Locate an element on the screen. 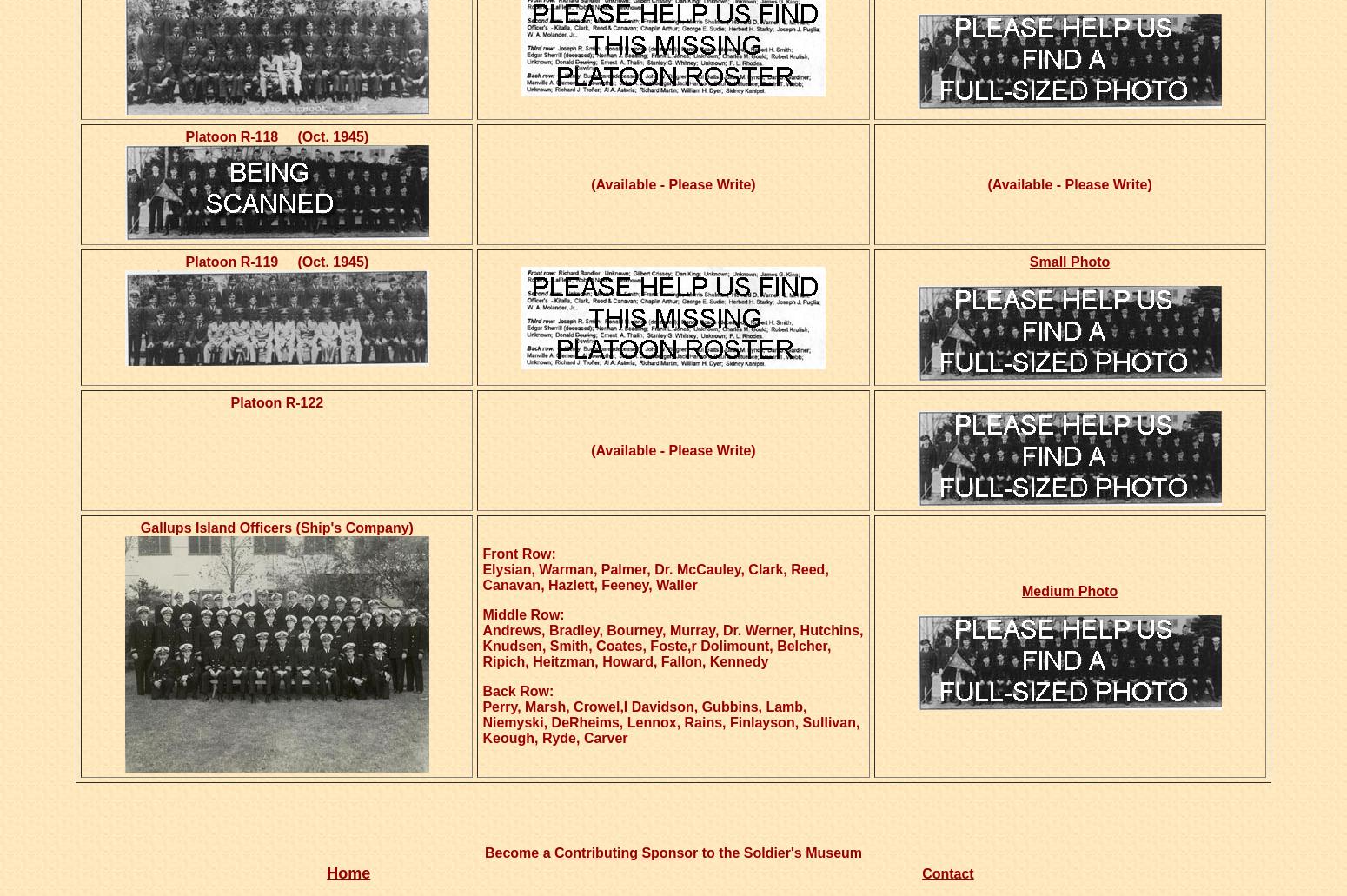 This screenshot has height=896, width=1347. 'Perry, Marsh, Crowel,l Davidson, Gubbins, Lamb, Niemyski, DeRheims, Lennox, Rains, Finlayson, Sullivan, Keough, Ryde, Carver' is located at coordinates (671, 722).